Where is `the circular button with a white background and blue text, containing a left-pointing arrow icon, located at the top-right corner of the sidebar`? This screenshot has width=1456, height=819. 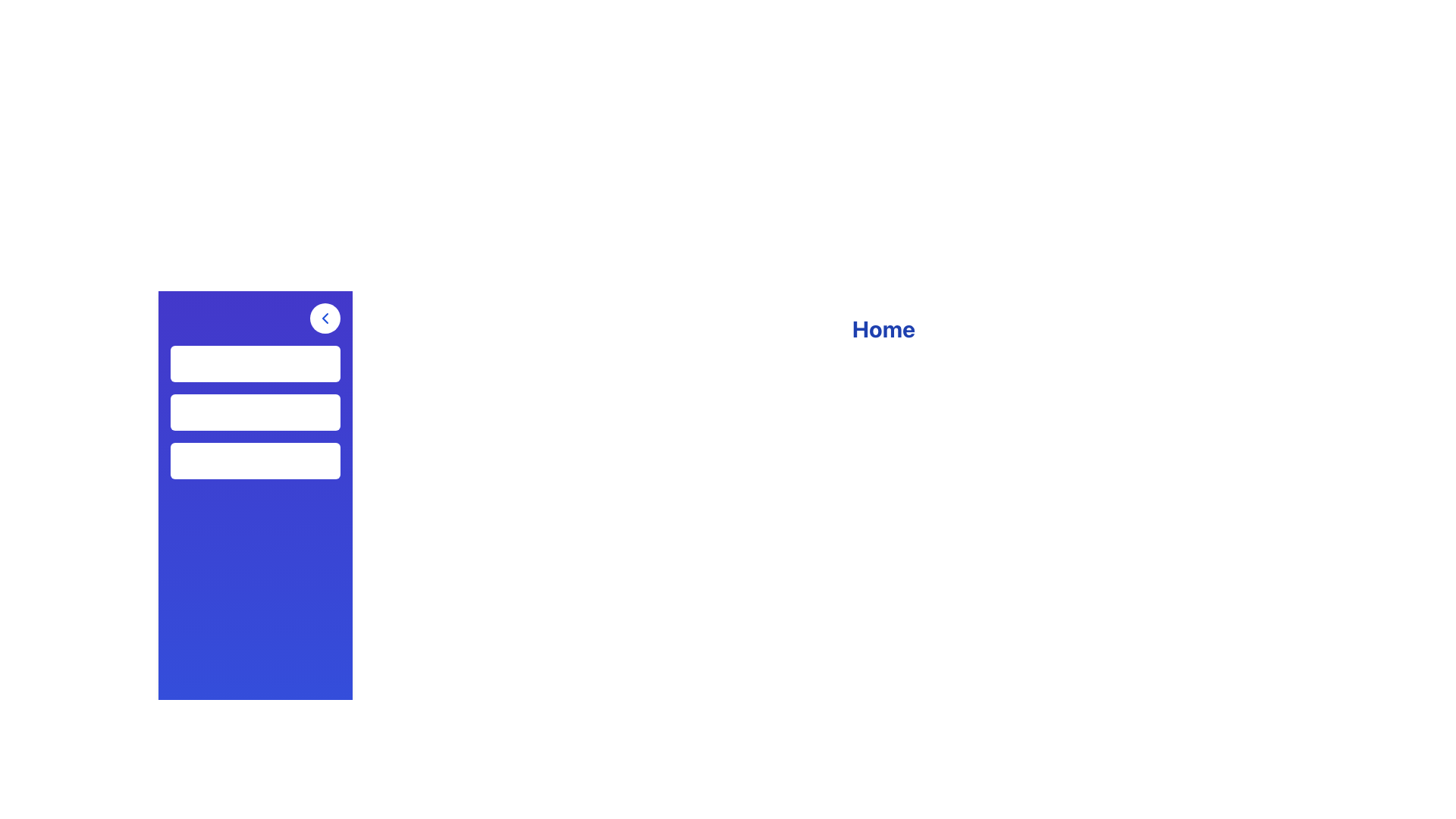 the circular button with a white background and blue text, containing a left-pointing arrow icon, located at the top-right corner of the sidebar is located at coordinates (324, 318).